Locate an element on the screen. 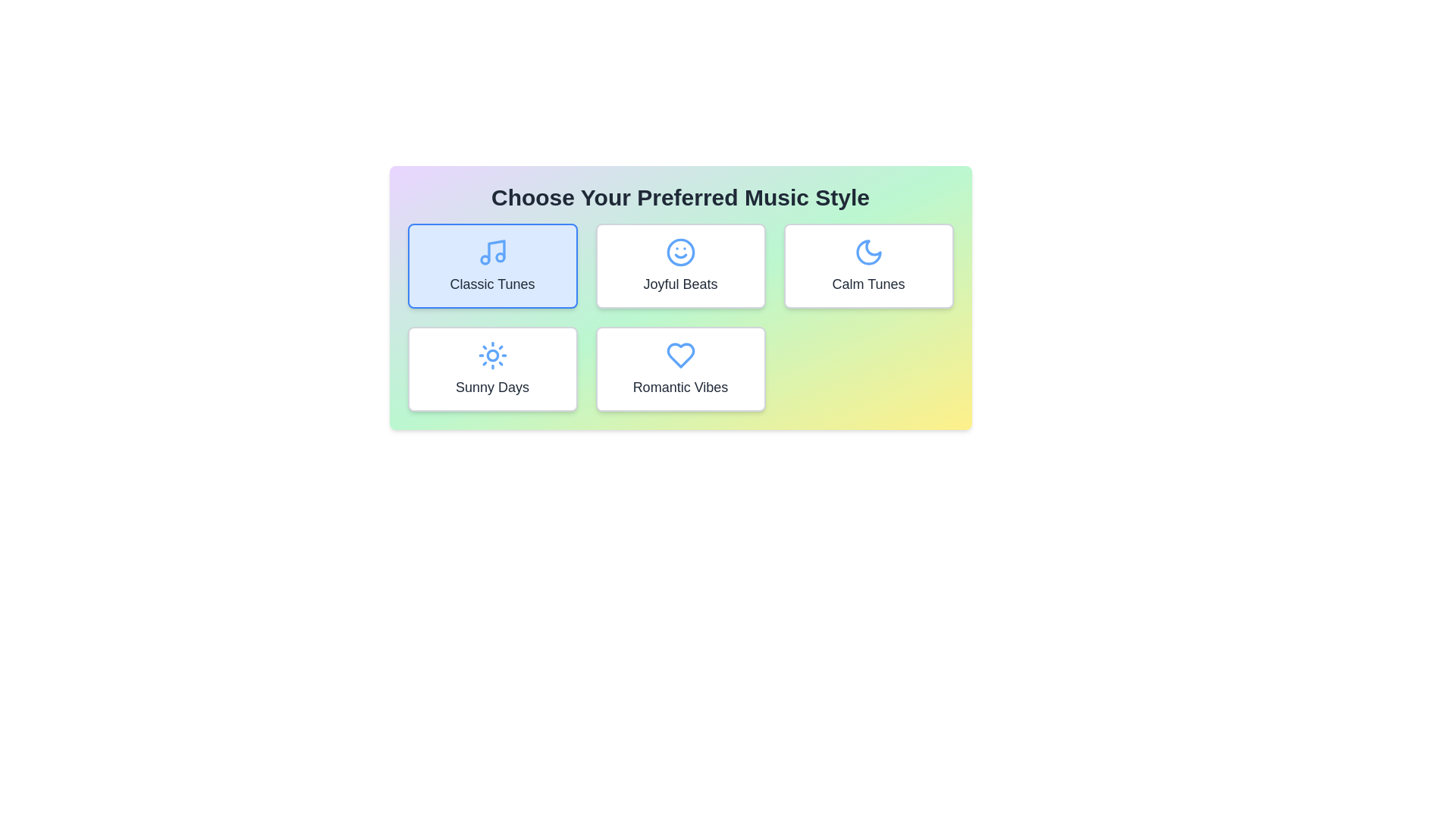 The height and width of the screenshot is (819, 1456). the 'Romantic Vibes' selectable card, which is a rectangular box with rounded corners, featuring a blue outlined heart icon and a white background, located in the bottom row, middle column of the grid layout is located at coordinates (679, 369).